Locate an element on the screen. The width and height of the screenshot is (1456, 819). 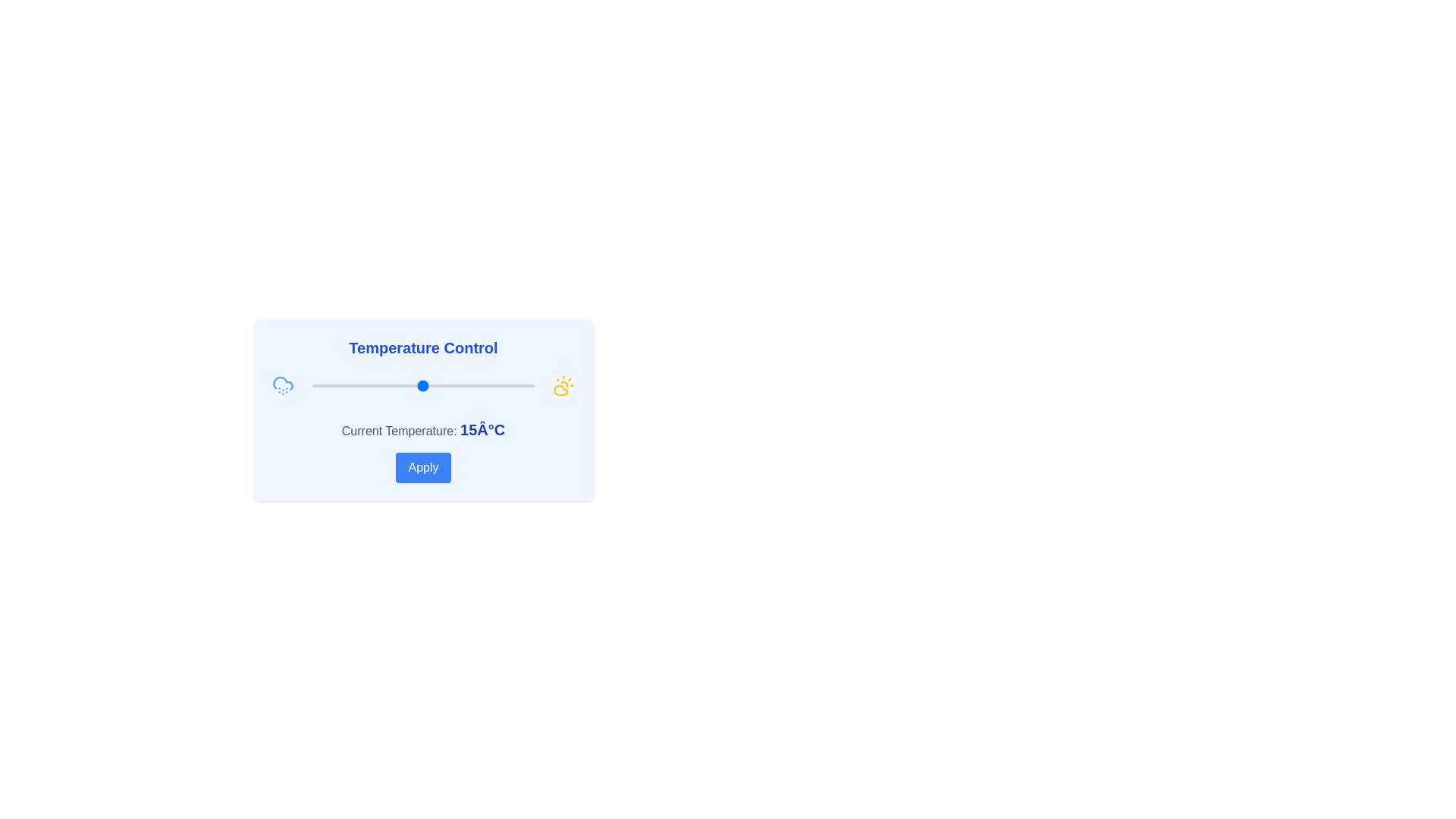
the temperature to 27°C using the slider is located at coordinates (475, 385).